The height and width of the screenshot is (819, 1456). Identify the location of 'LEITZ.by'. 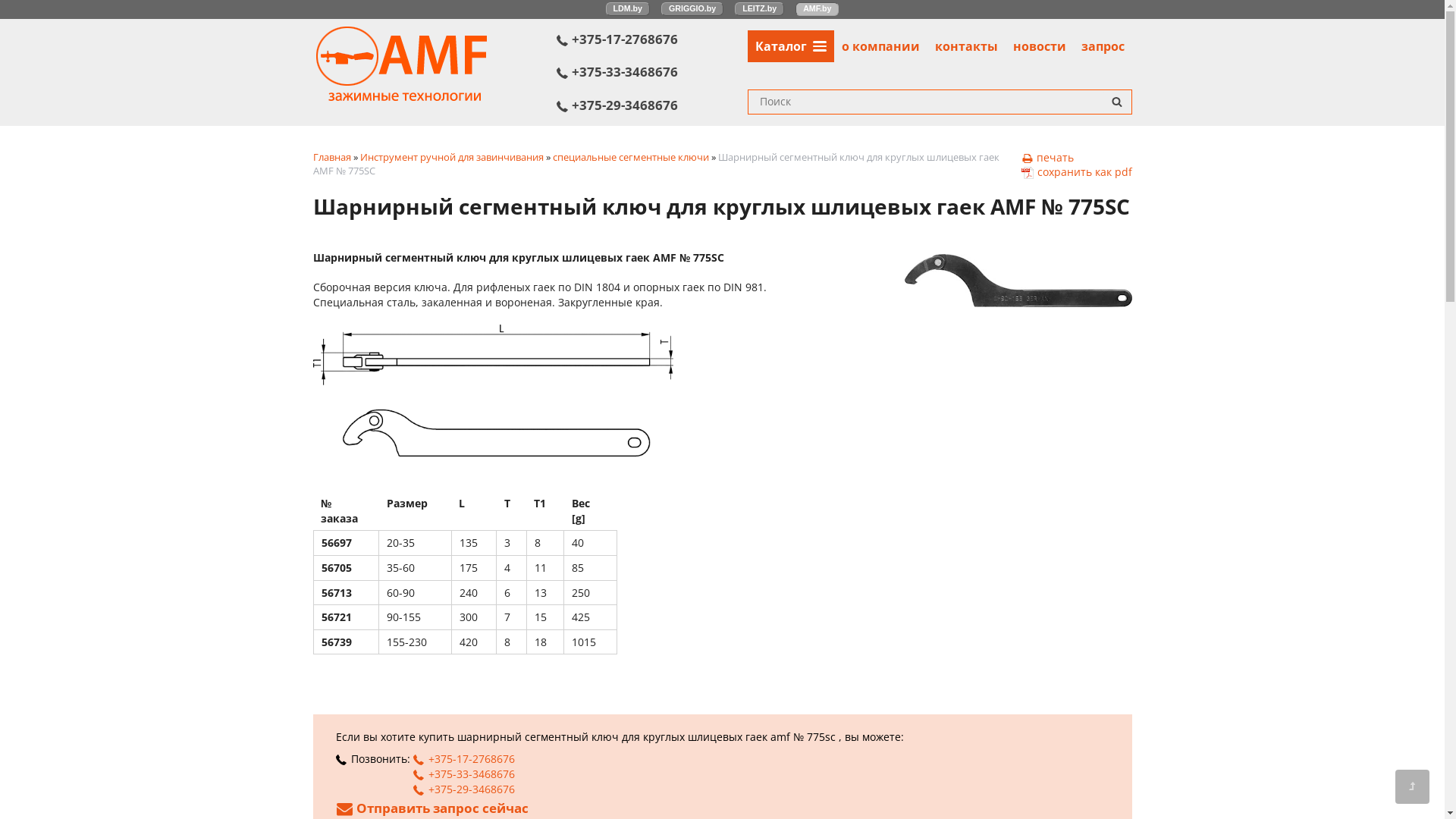
(759, 8).